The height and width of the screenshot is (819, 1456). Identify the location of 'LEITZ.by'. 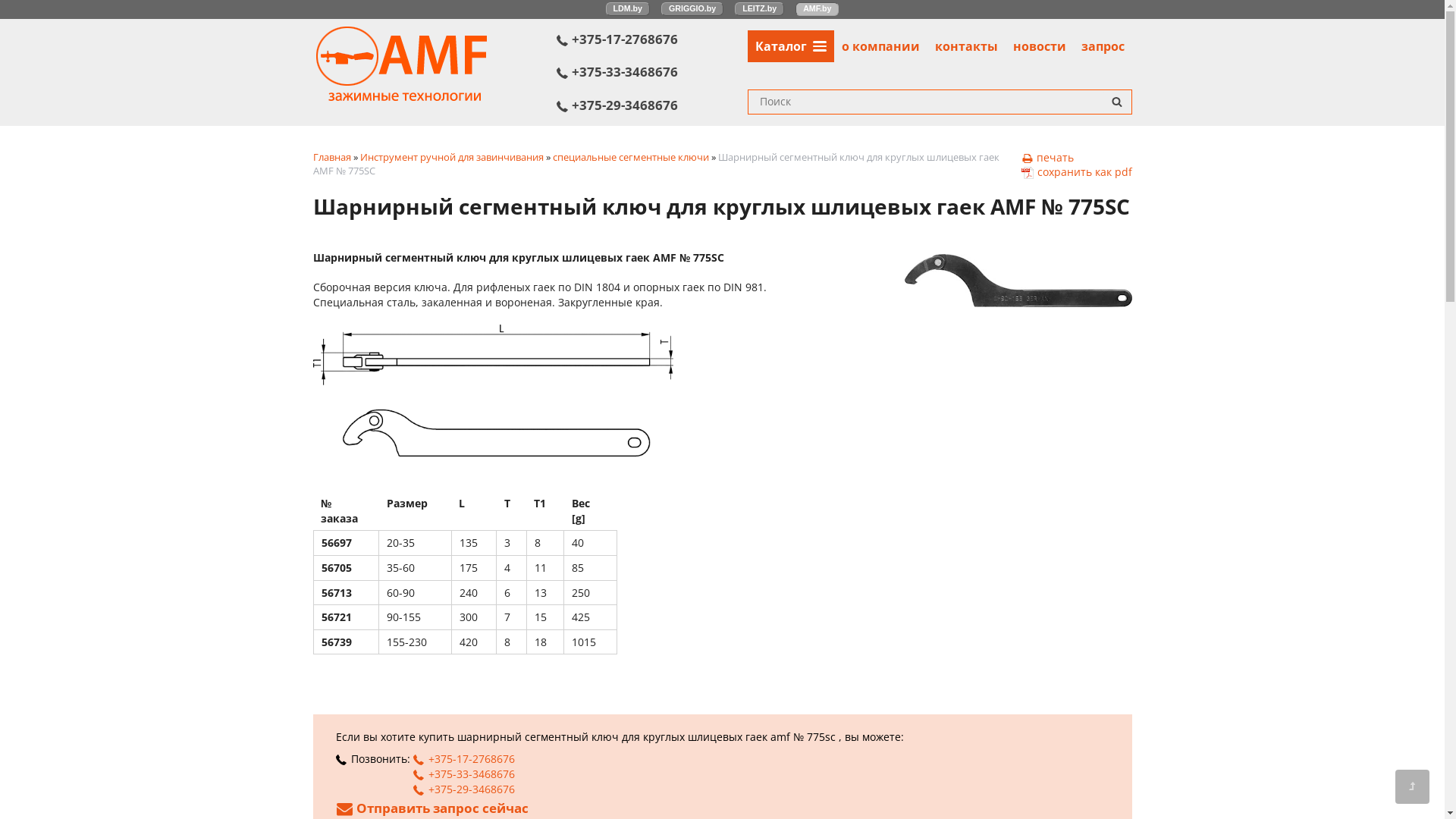
(759, 8).